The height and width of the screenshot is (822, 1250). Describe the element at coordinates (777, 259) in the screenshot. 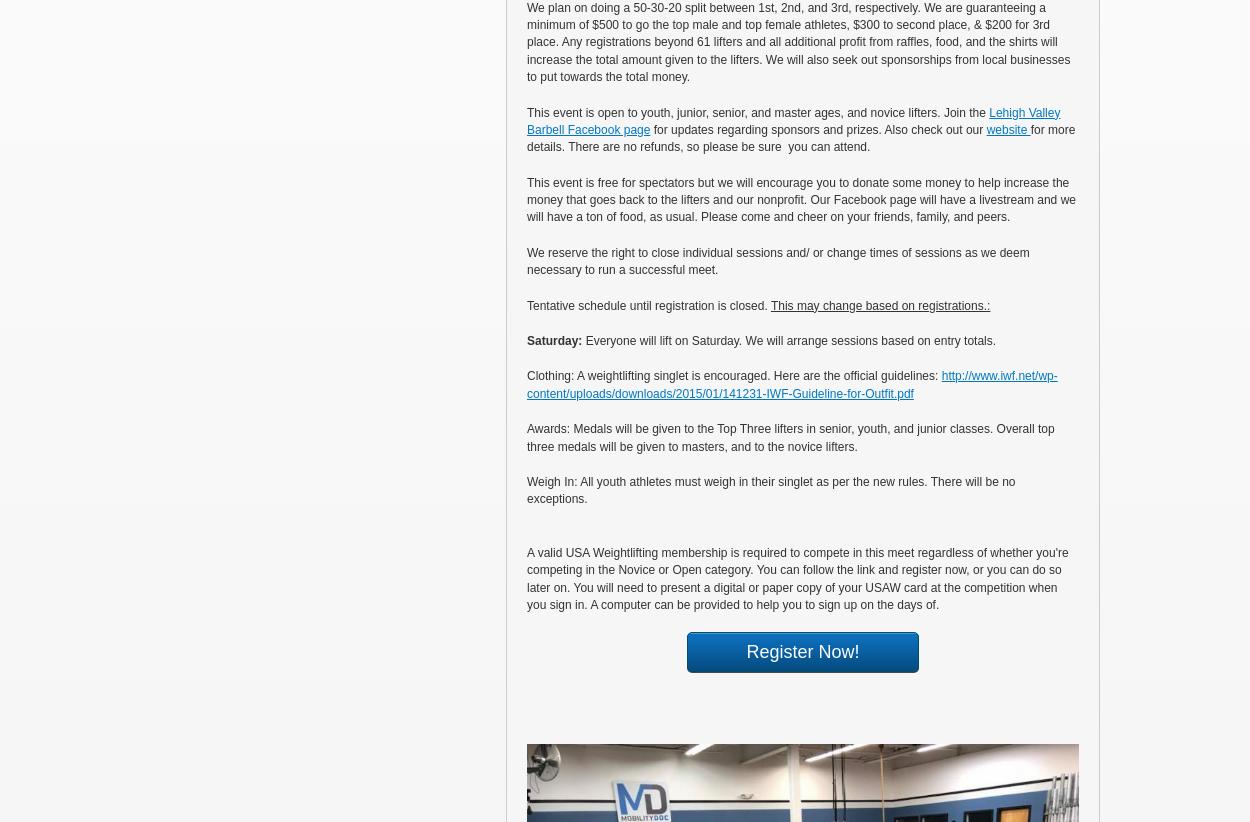

I see `'We reserve the right to close individual sessions and/ or change times of sessions as we deem necessary to run a successful meet.'` at that location.